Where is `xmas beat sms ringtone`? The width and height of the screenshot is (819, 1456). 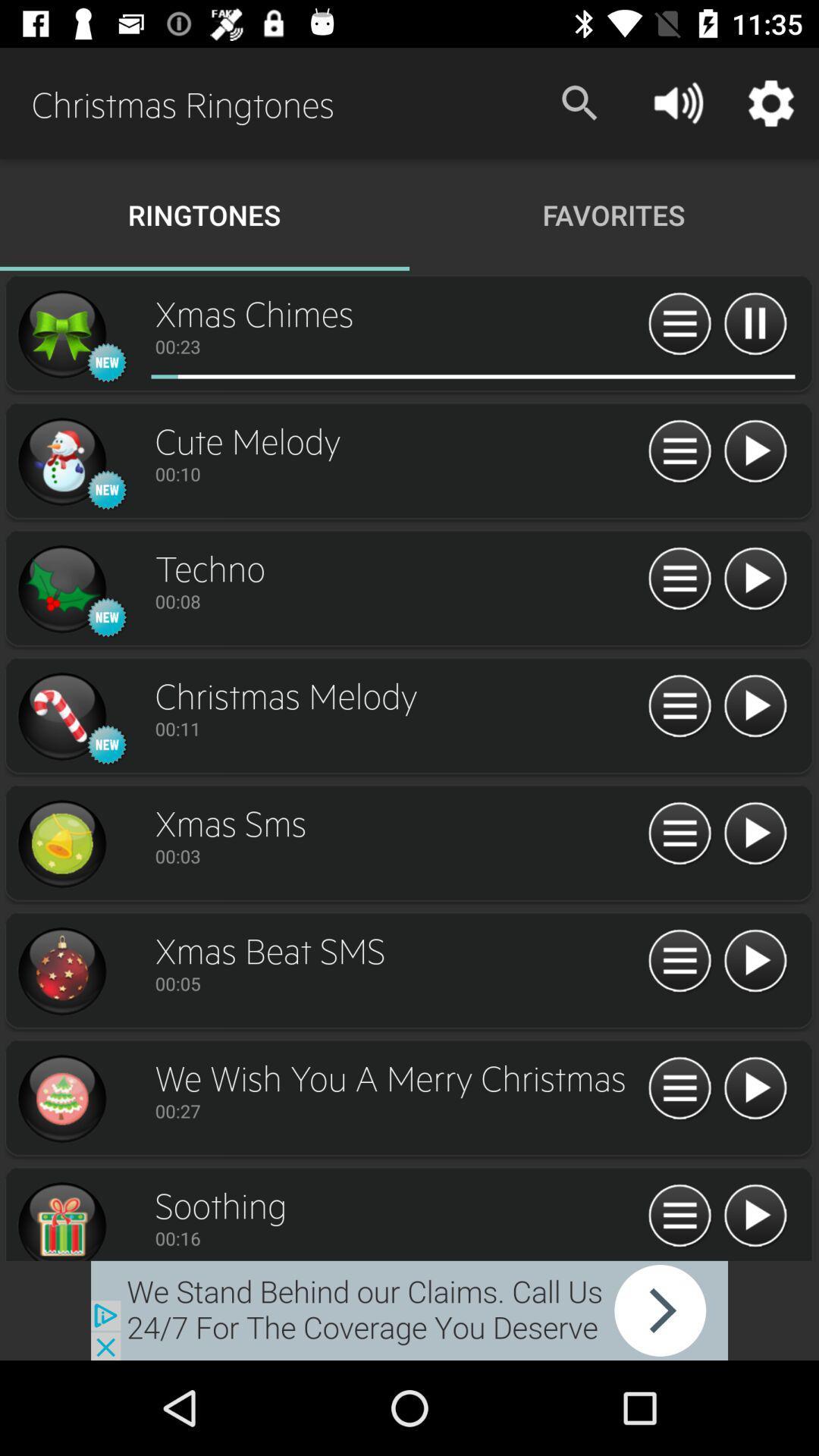 xmas beat sms ringtone is located at coordinates (755, 961).